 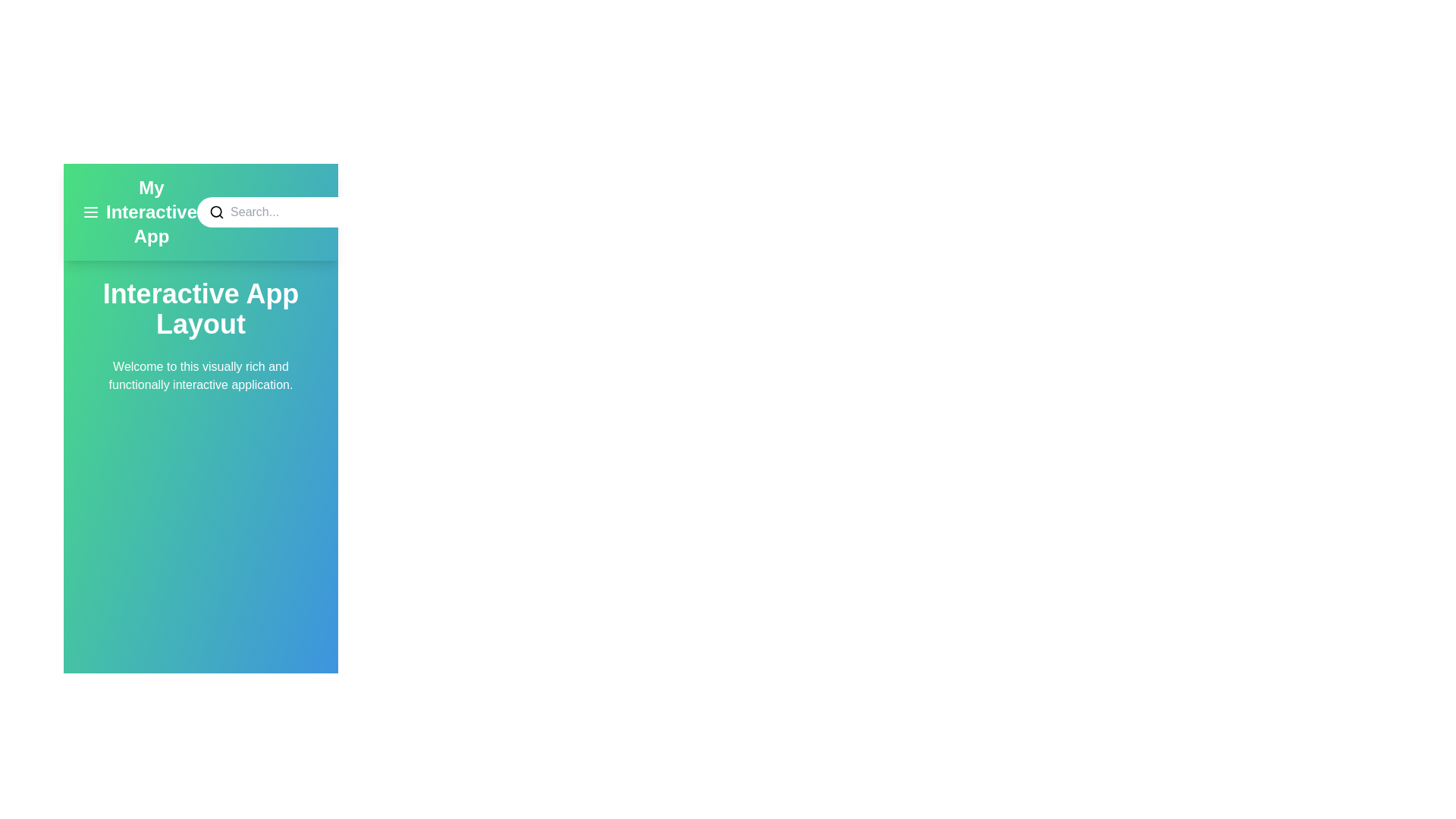 What do you see at coordinates (90, 212) in the screenshot?
I see `the menu toggle button to expand or collapse the menu` at bounding box center [90, 212].